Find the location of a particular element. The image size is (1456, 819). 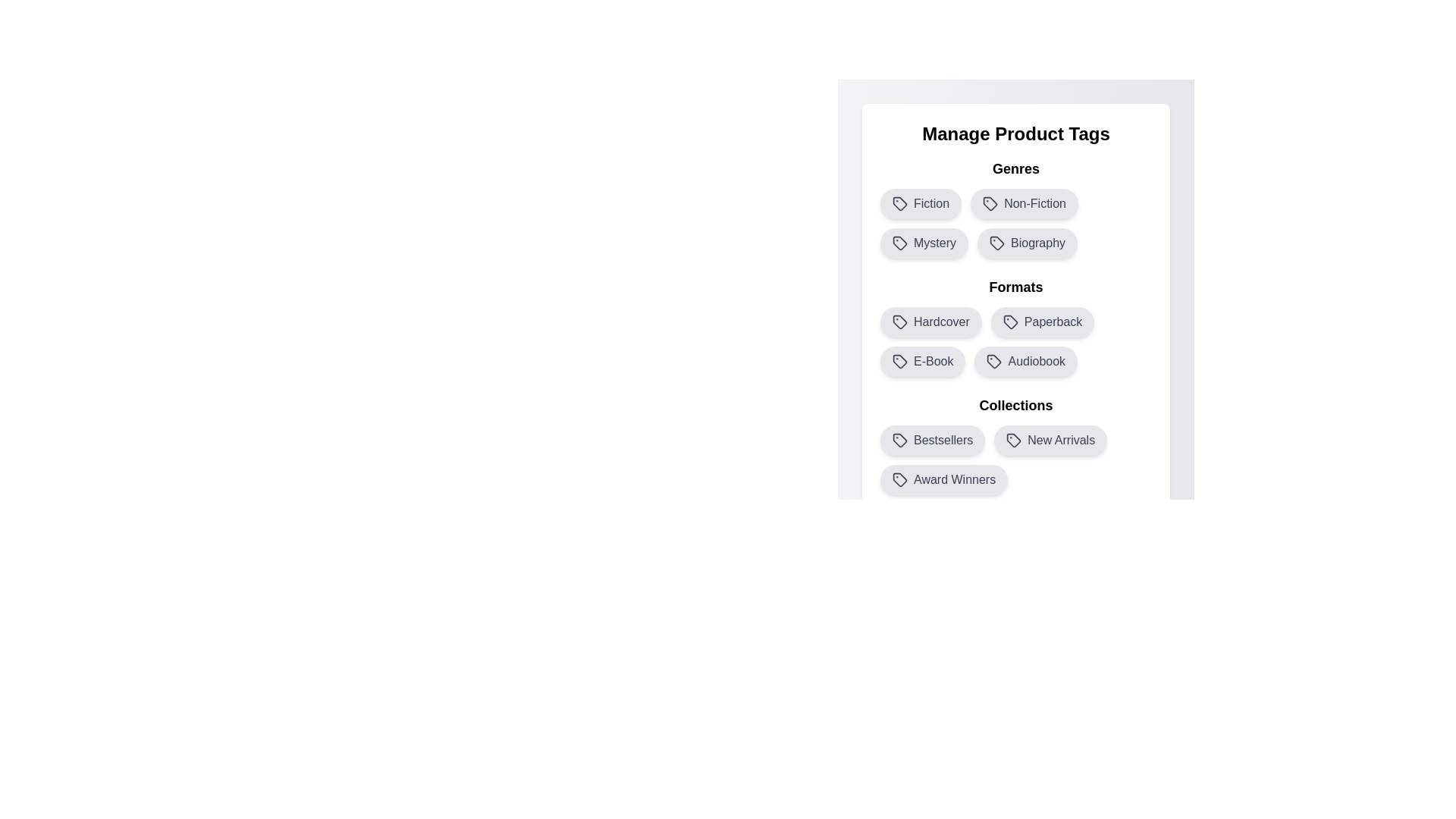

the tag icon located within the 'Hardcover' button in the 'Formats' section of the 'Manage Product Tags' card is located at coordinates (899, 321).